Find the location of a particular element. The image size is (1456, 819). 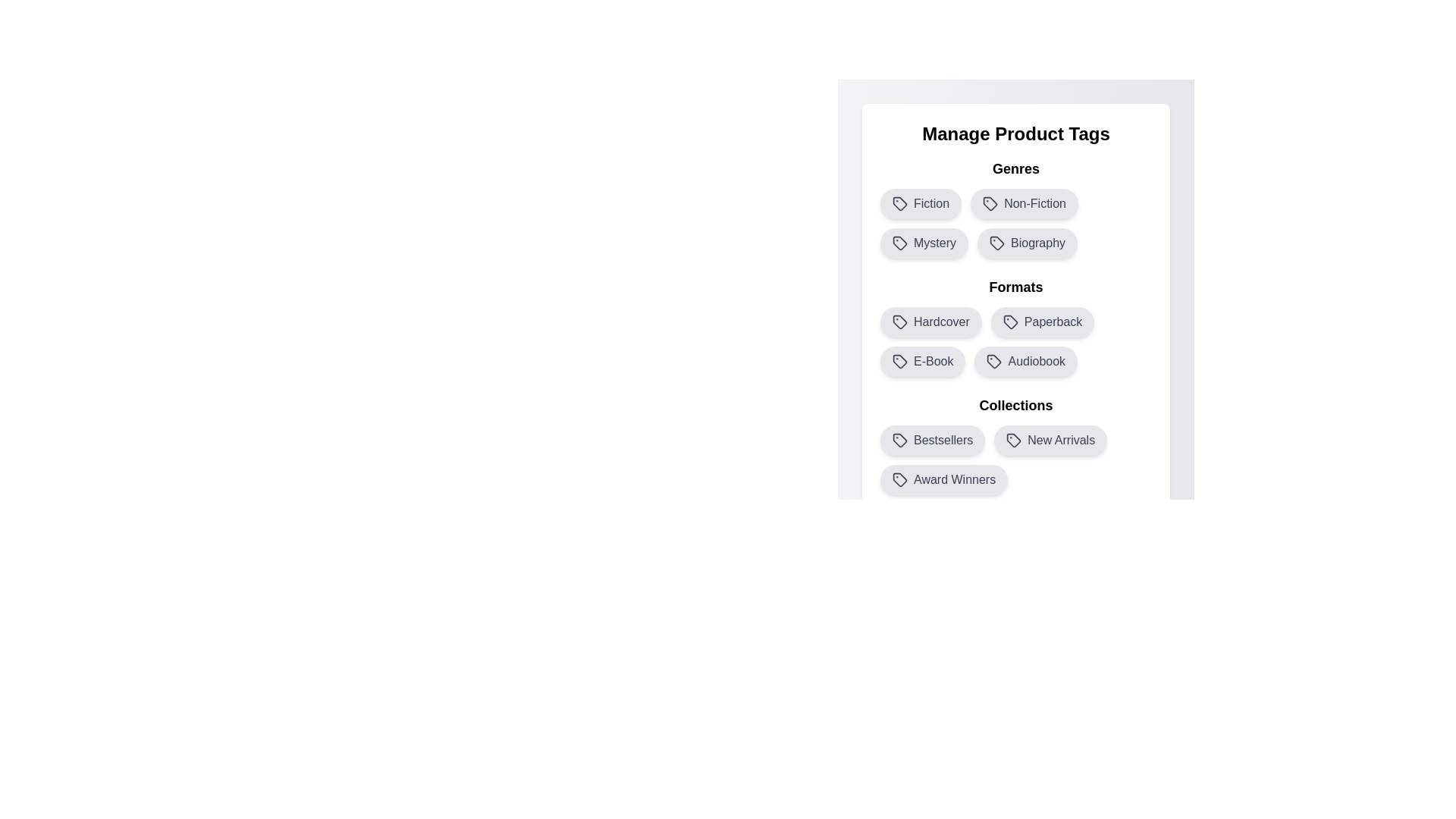

the tag icon located within the 'Hardcover' button in the 'Formats' section of the 'Manage Product Tags' card is located at coordinates (899, 321).